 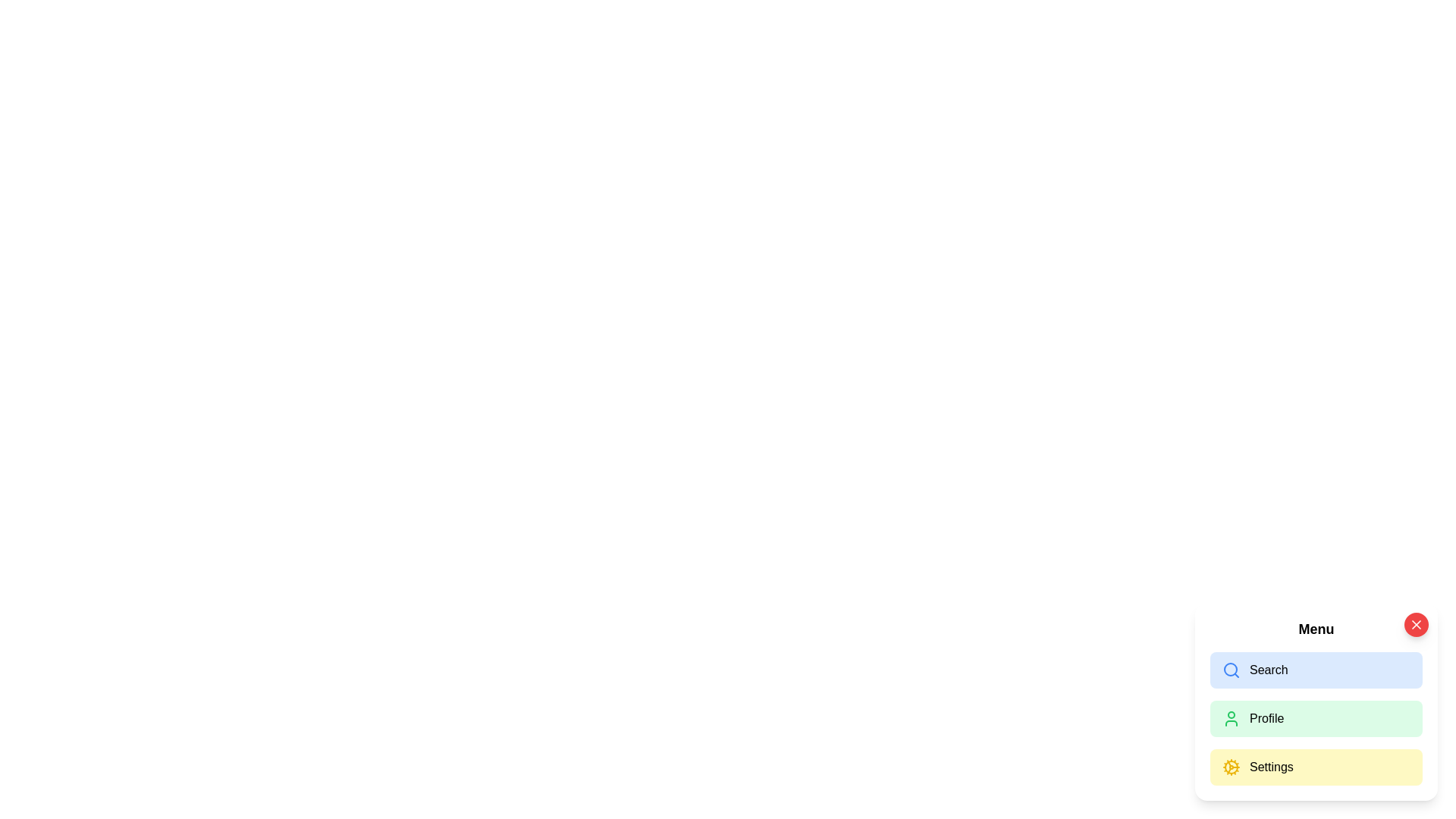 I want to click on the 'Settings' text label, which is displayed in bold on a light yellow background as the last entry in a vertical menu, so click(x=1271, y=767).